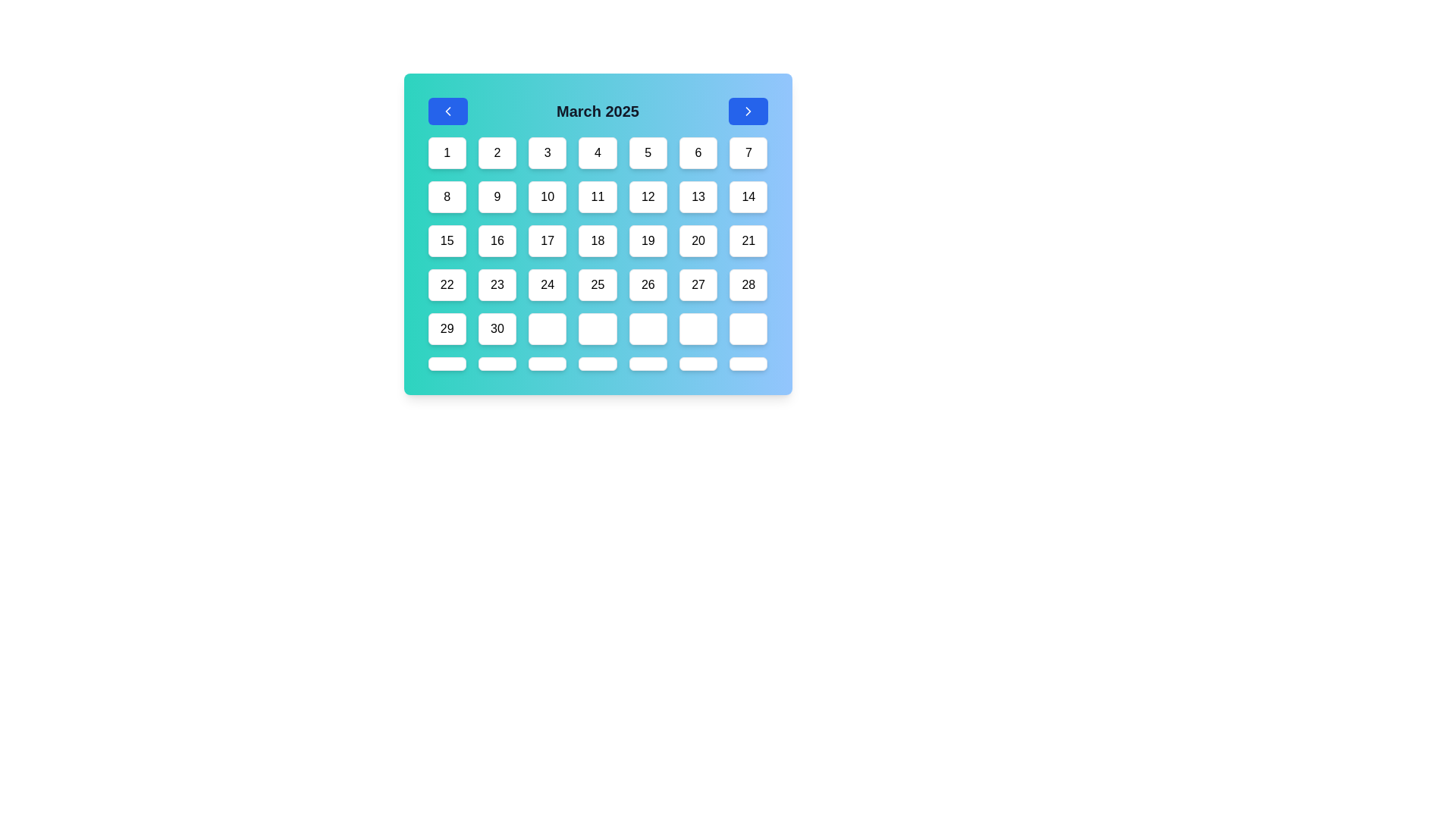  I want to click on the clickable date cell representing March 12, 2025 in the calendar layout, so click(648, 196).